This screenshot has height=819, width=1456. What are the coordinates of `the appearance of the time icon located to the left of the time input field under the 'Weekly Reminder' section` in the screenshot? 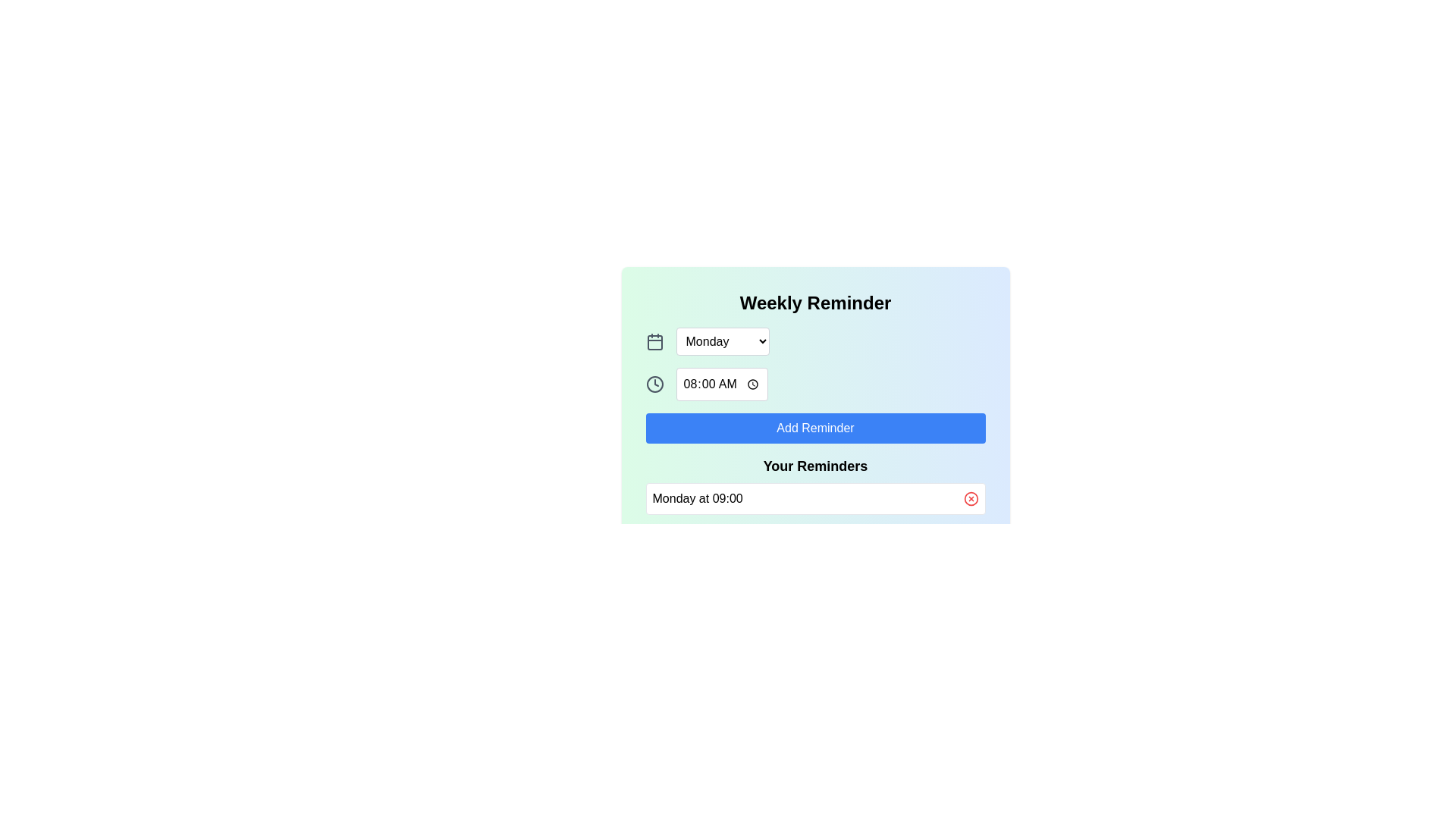 It's located at (654, 383).